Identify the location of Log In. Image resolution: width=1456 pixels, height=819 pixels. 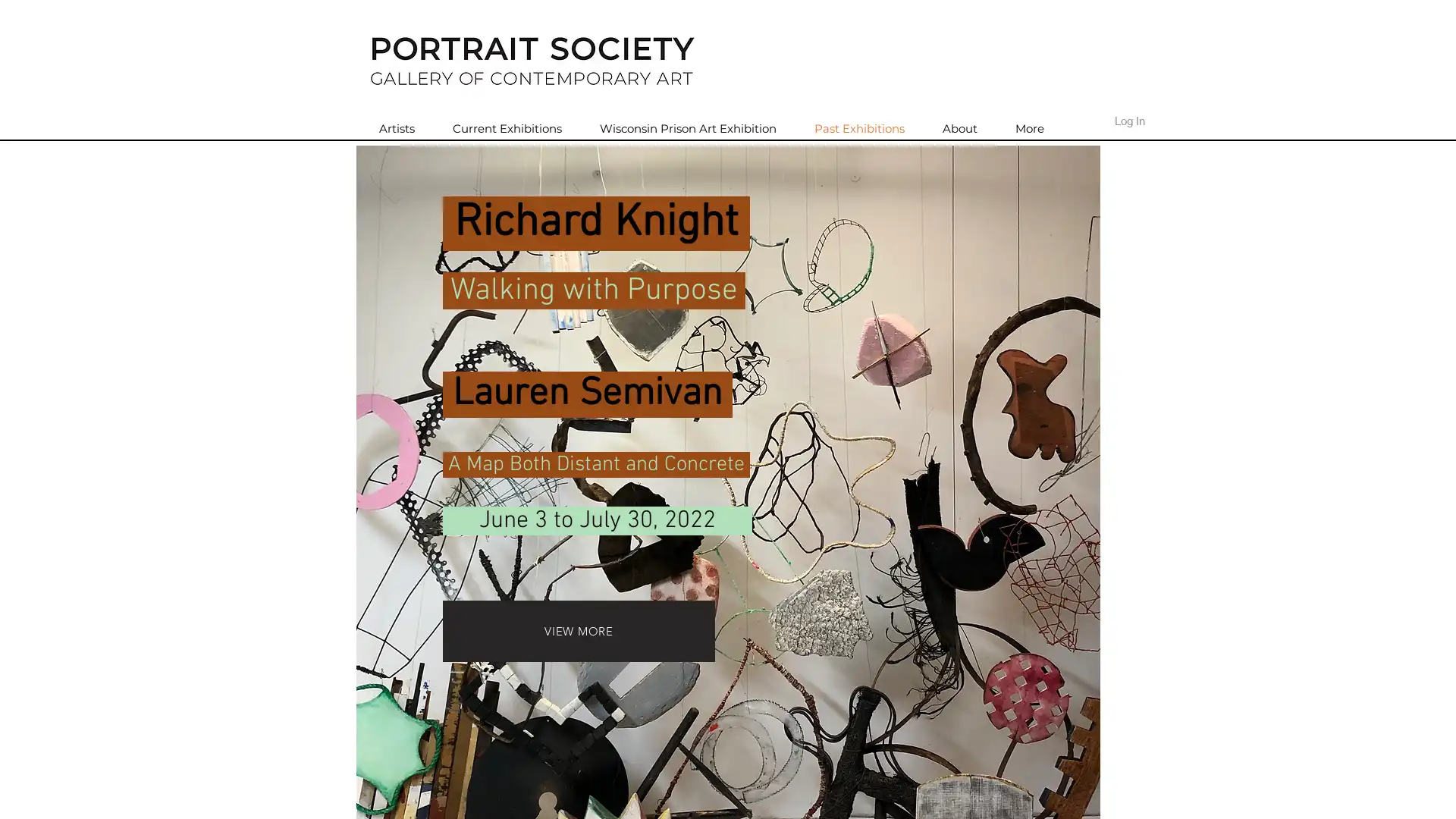
(1129, 120).